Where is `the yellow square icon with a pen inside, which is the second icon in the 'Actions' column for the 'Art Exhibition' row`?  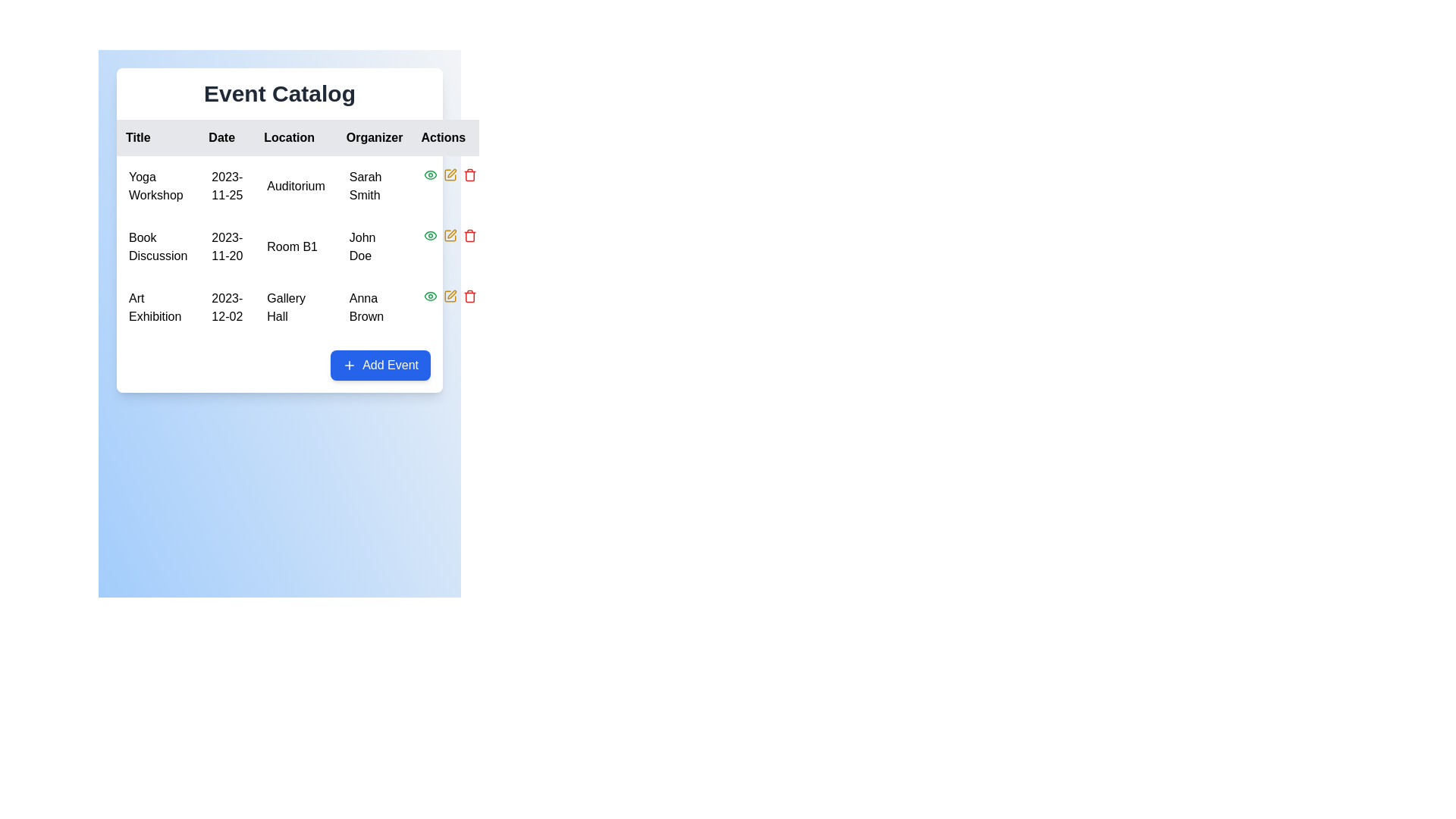 the yellow square icon with a pen inside, which is the second icon in the 'Actions' column for the 'Art Exhibition' row is located at coordinates (450, 296).